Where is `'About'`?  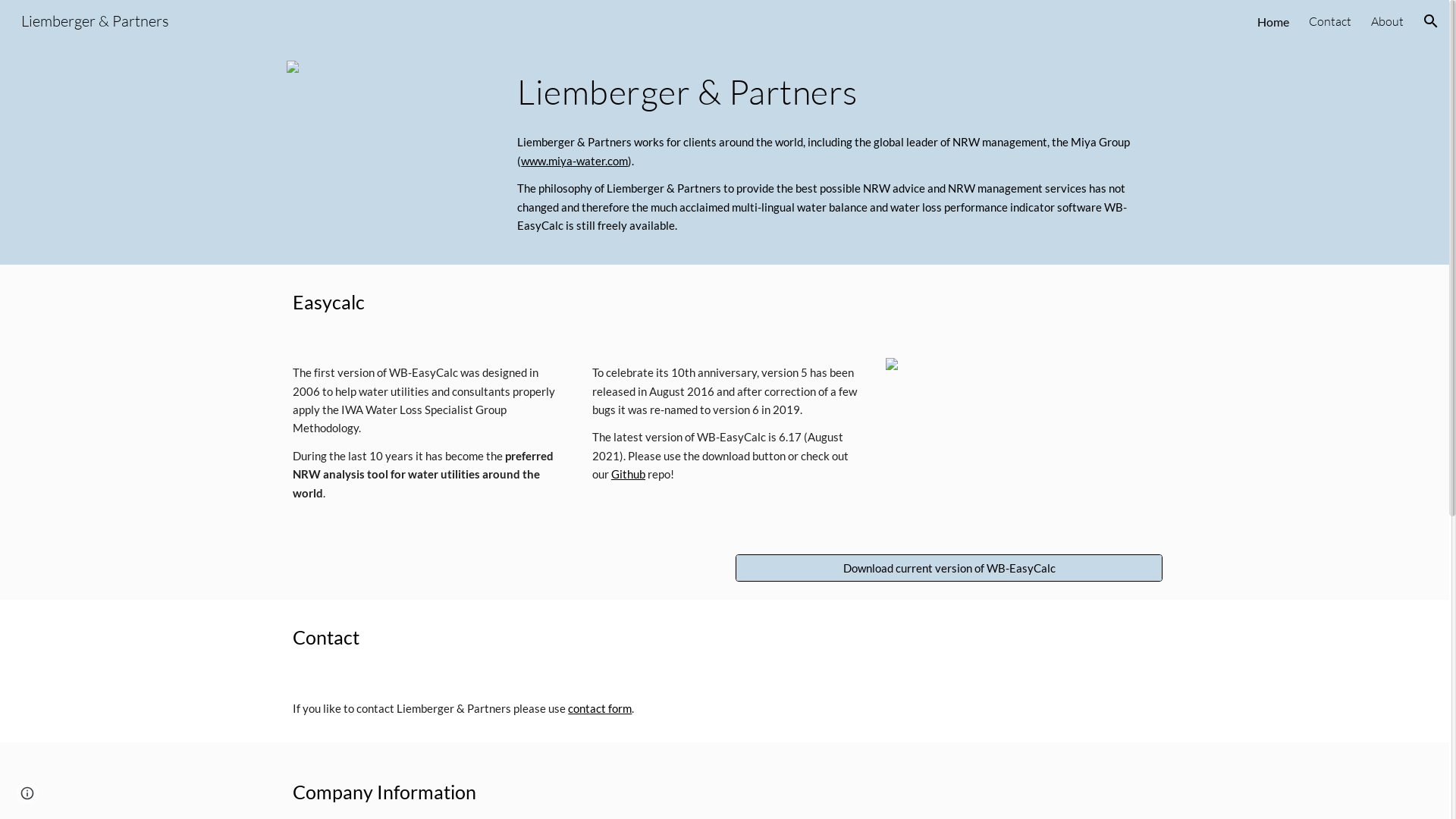 'About' is located at coordinates (1371, 20).